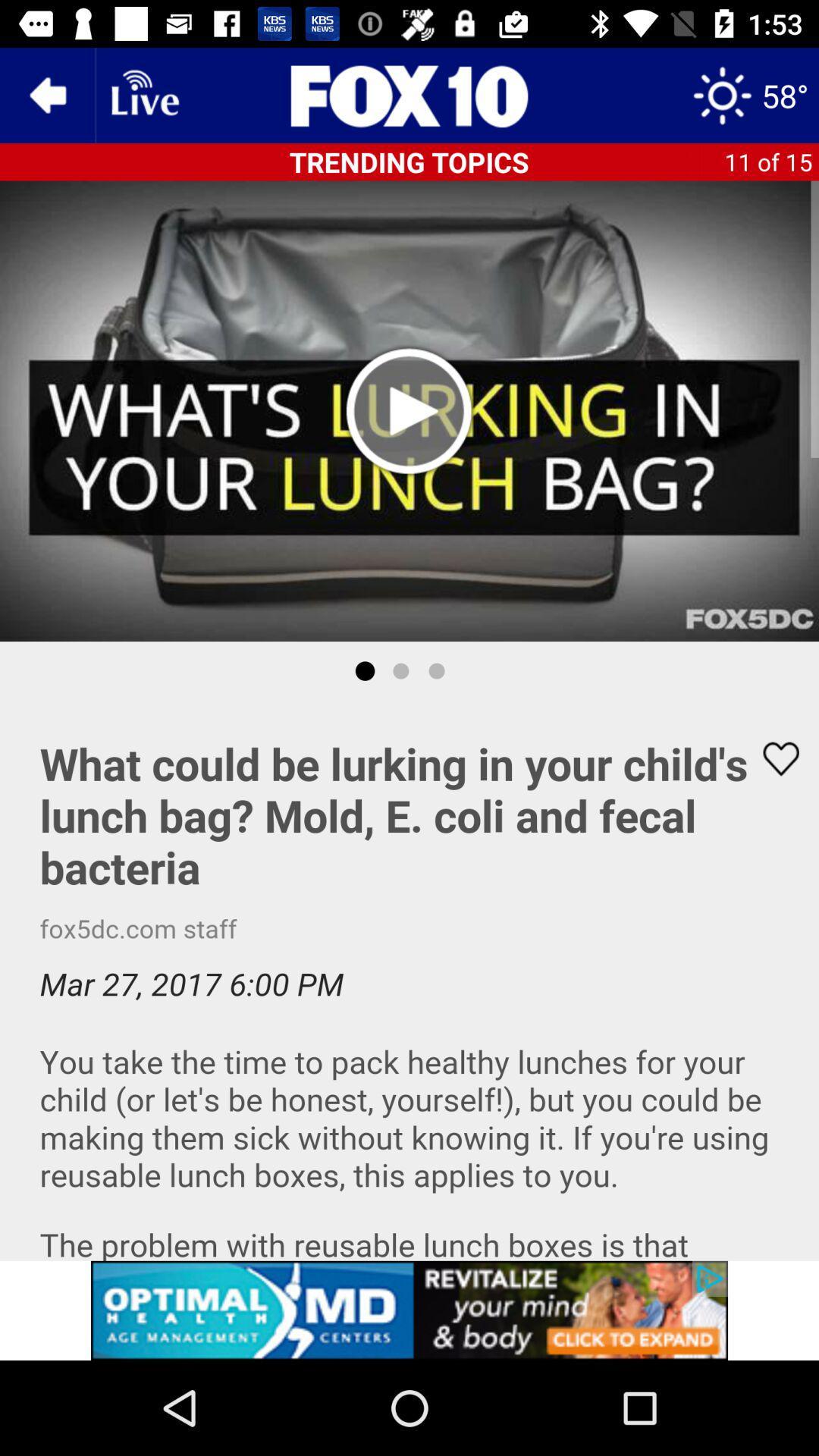 The image size is (819, 1456). I want to click on news page, so click(409, 94).